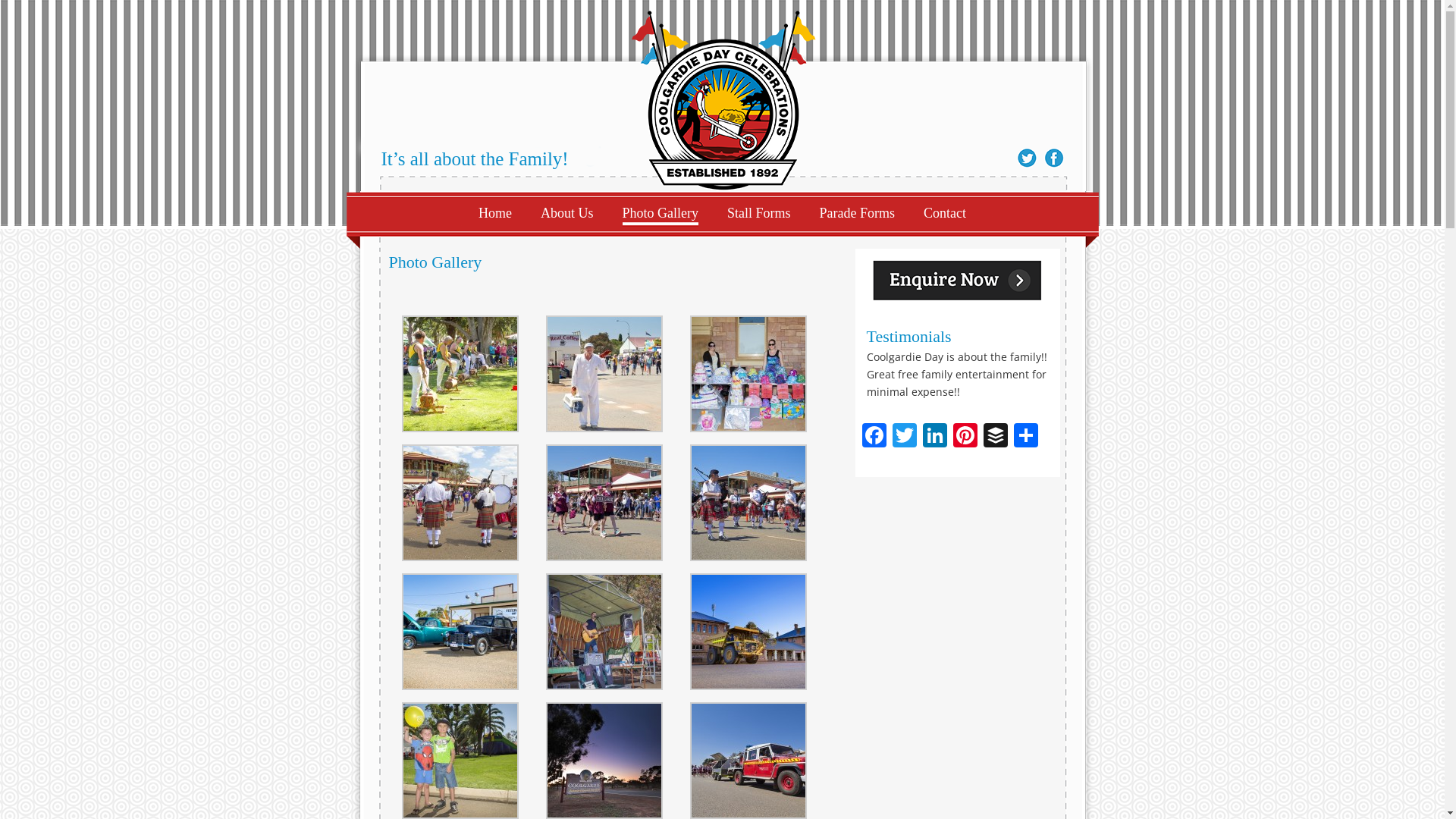 This screenshot has height=819, width=1456. I want to click on 'Buffer', so click(979, 436).